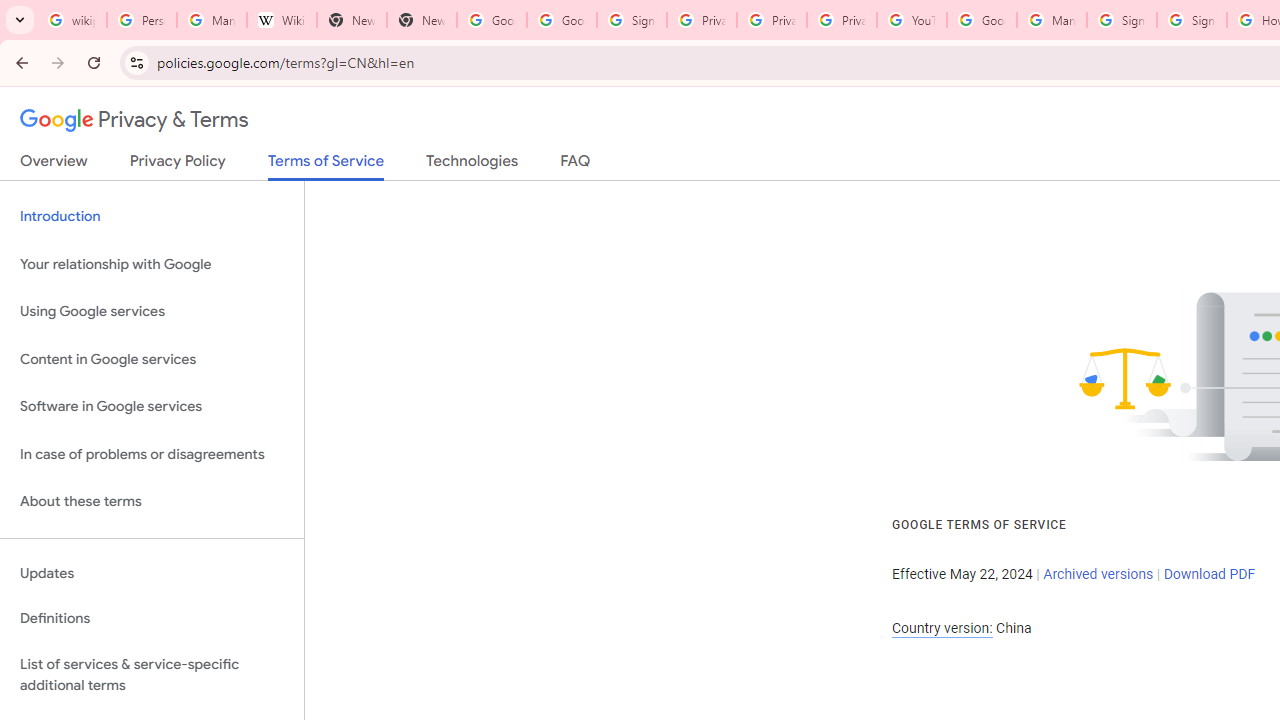 The height and width of the screenshot is (720, 1280). Describe the element at coordinates (134, 120) in the screenshot. I see `'Privacy & Terms'` at that location.